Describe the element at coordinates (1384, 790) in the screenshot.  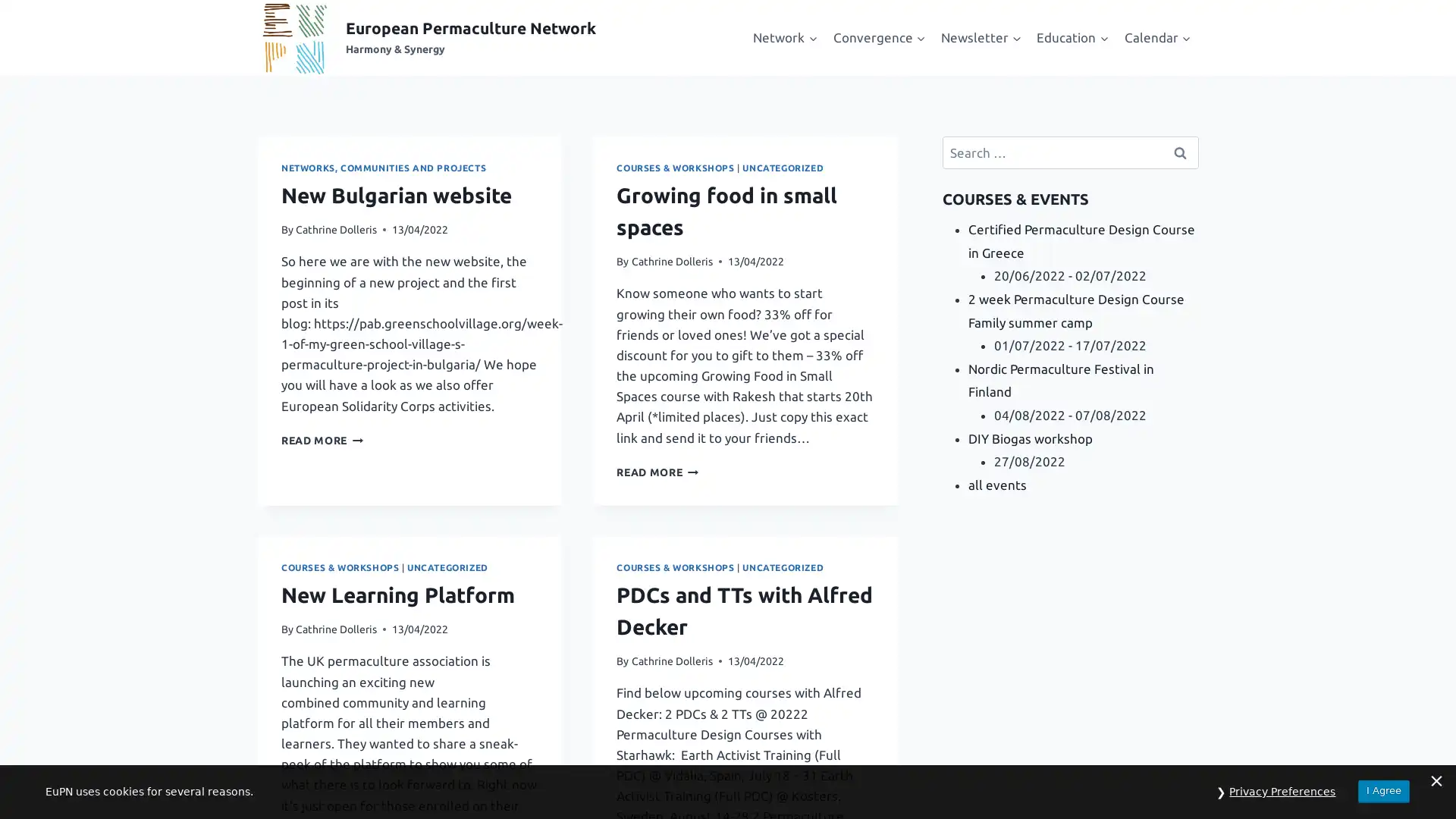
I see `I Agree` at that location.